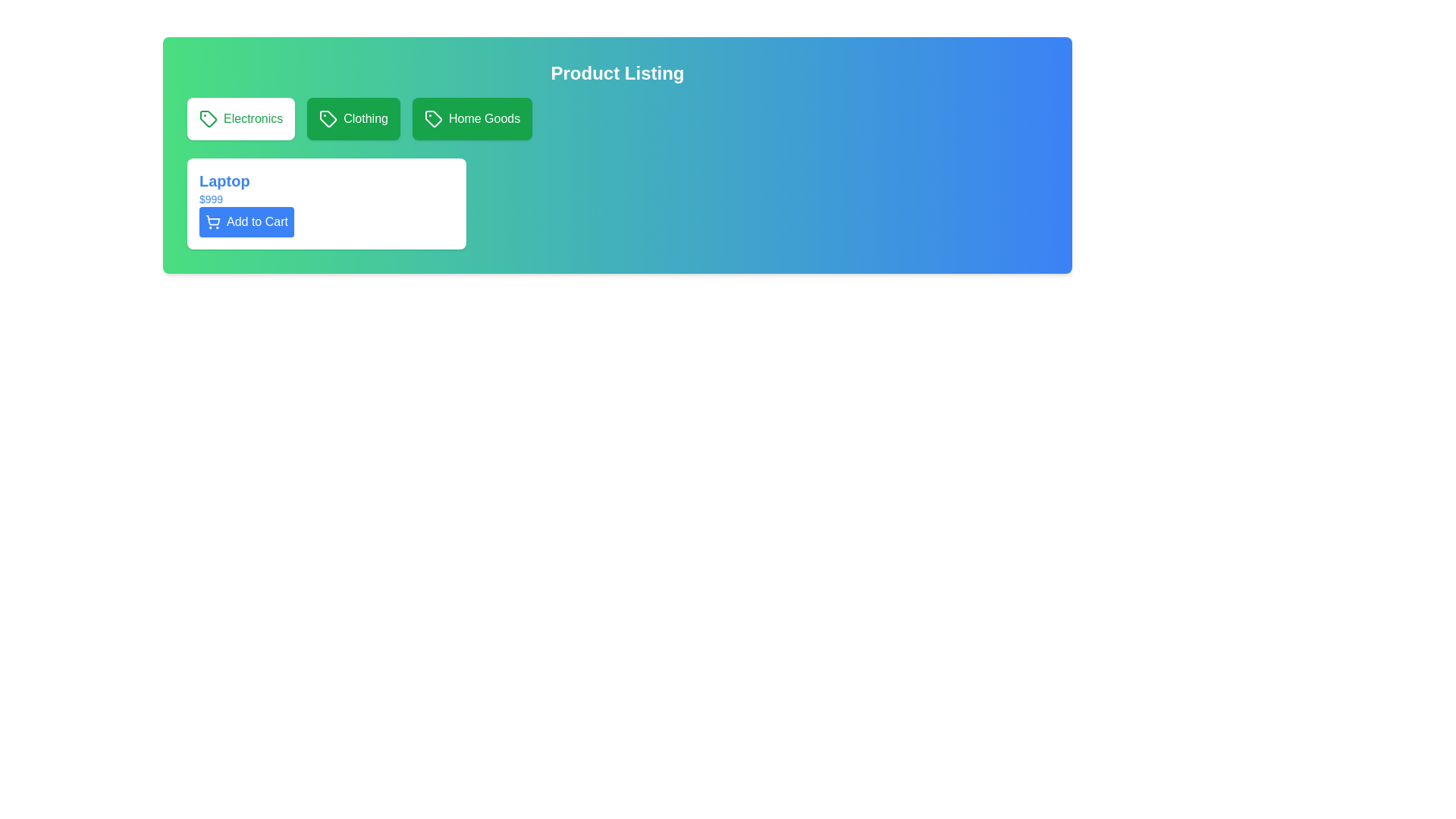 The width and height of the screenshot is (1456, 819). Describe the element at coordinates (210, 198) in the screenshot. I see `the price text label located beneath the 'Laptop' title and above the 'Add to Cart' button within the product details card` at that location.